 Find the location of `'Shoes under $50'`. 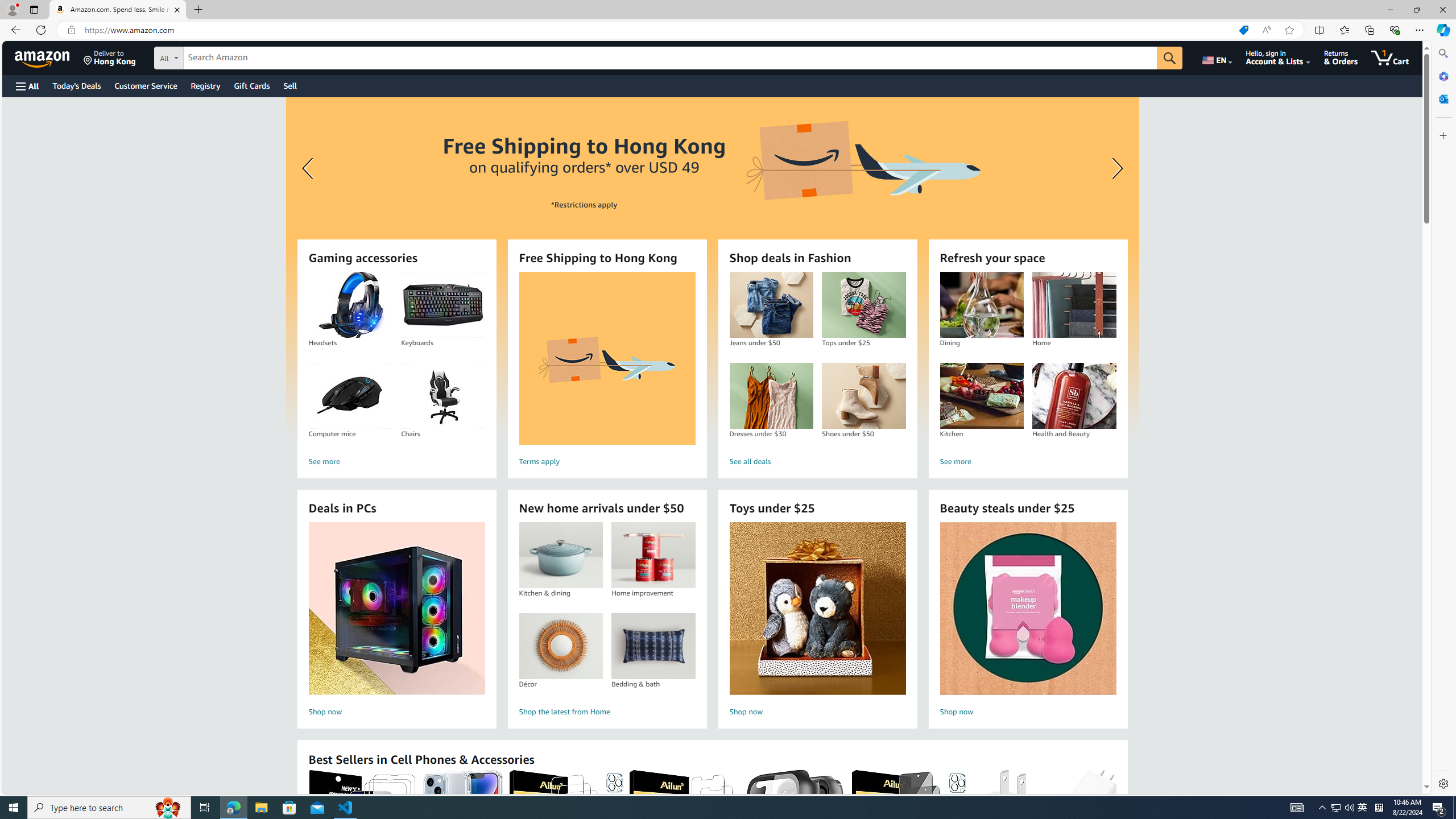

'Shoes under $50' is located at coordinates (864, 396).